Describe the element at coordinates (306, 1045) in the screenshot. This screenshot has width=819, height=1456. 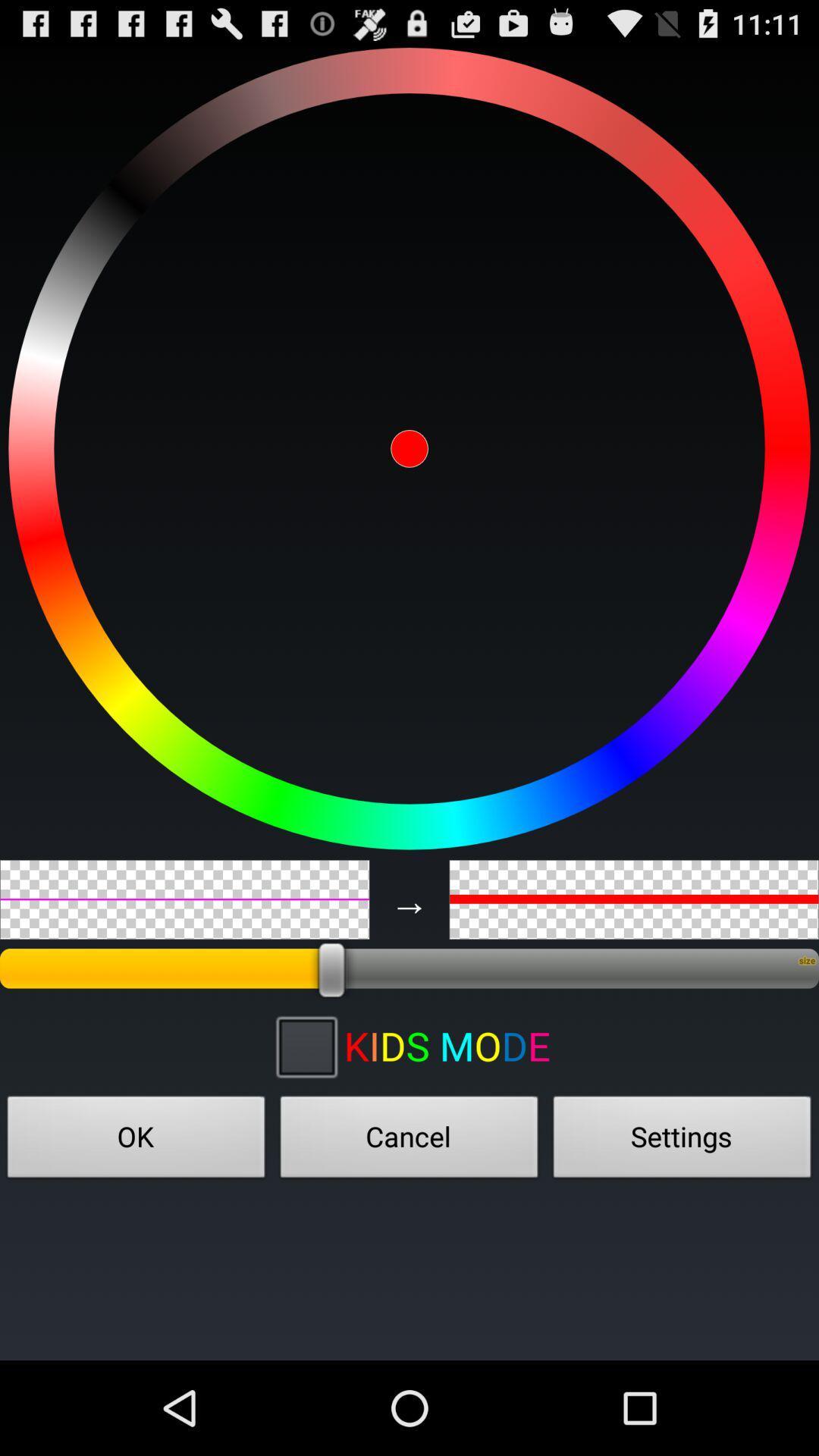
I see `the app next to the kids mode icon` at that location.